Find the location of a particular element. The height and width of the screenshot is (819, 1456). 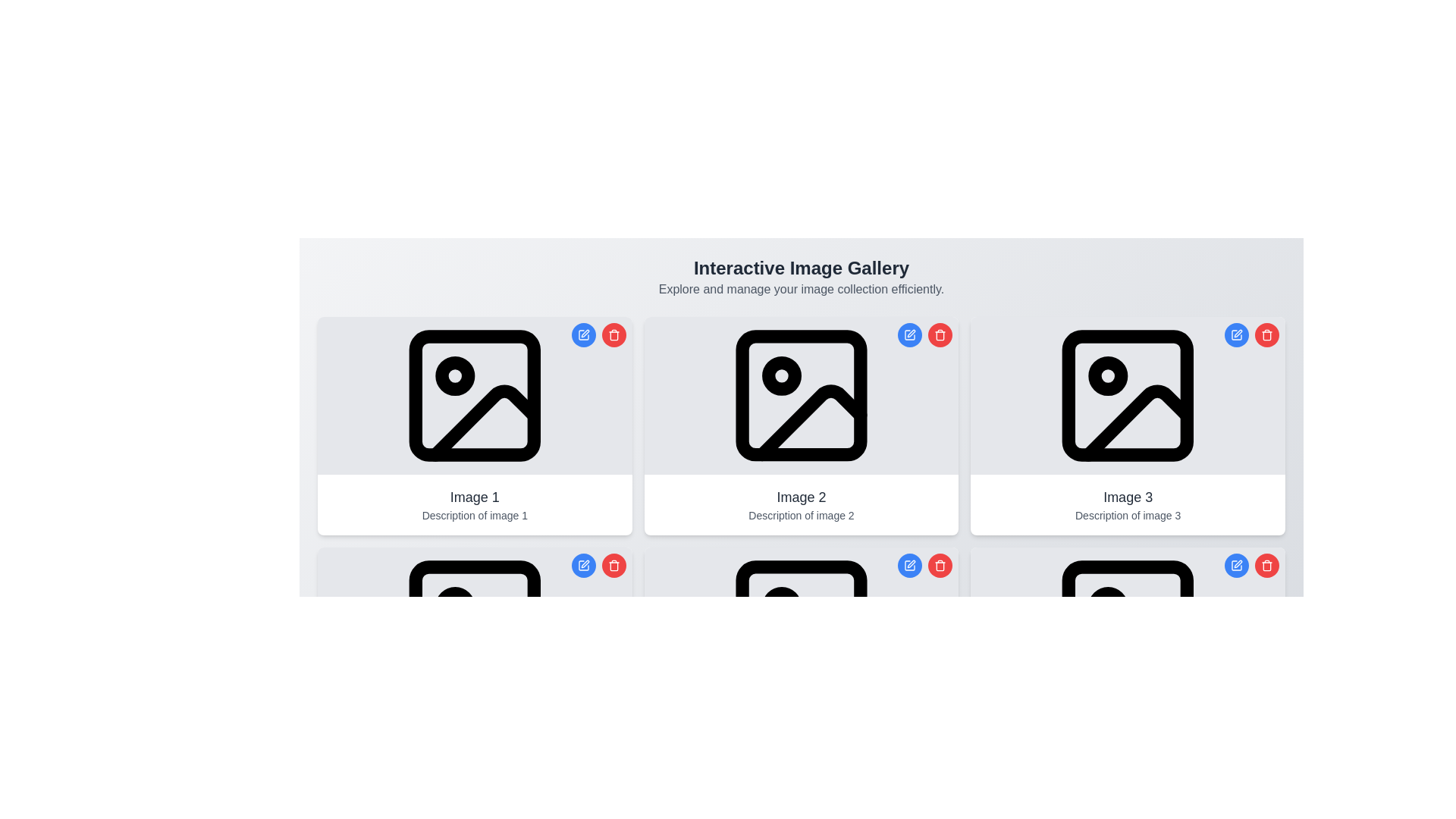

the third card UI element in the first row of the image gallery is located at coordinates (1128, 426).